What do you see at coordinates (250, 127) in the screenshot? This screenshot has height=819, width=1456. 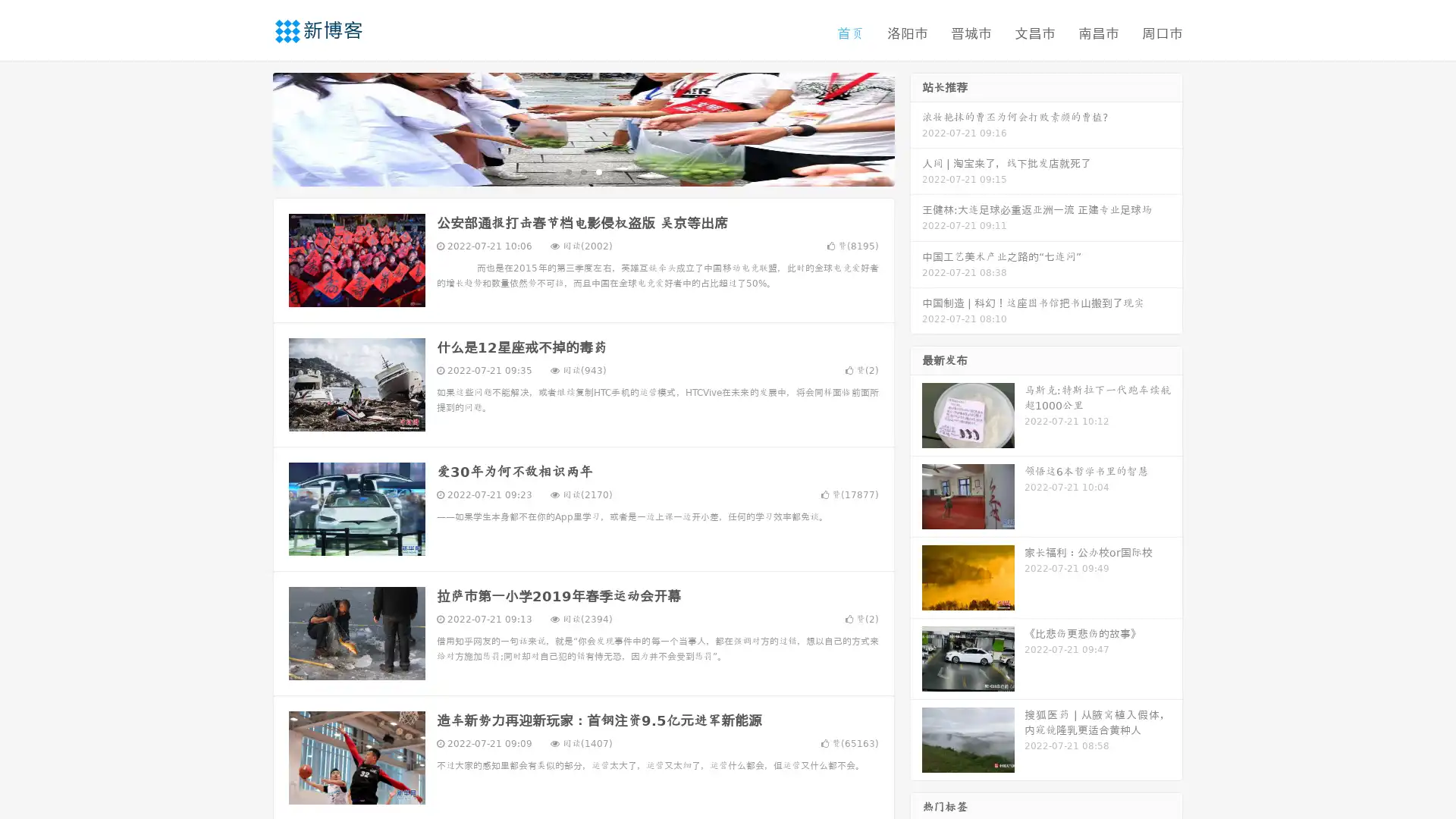 I see `Previous slide` at bounding box center [250, 127].